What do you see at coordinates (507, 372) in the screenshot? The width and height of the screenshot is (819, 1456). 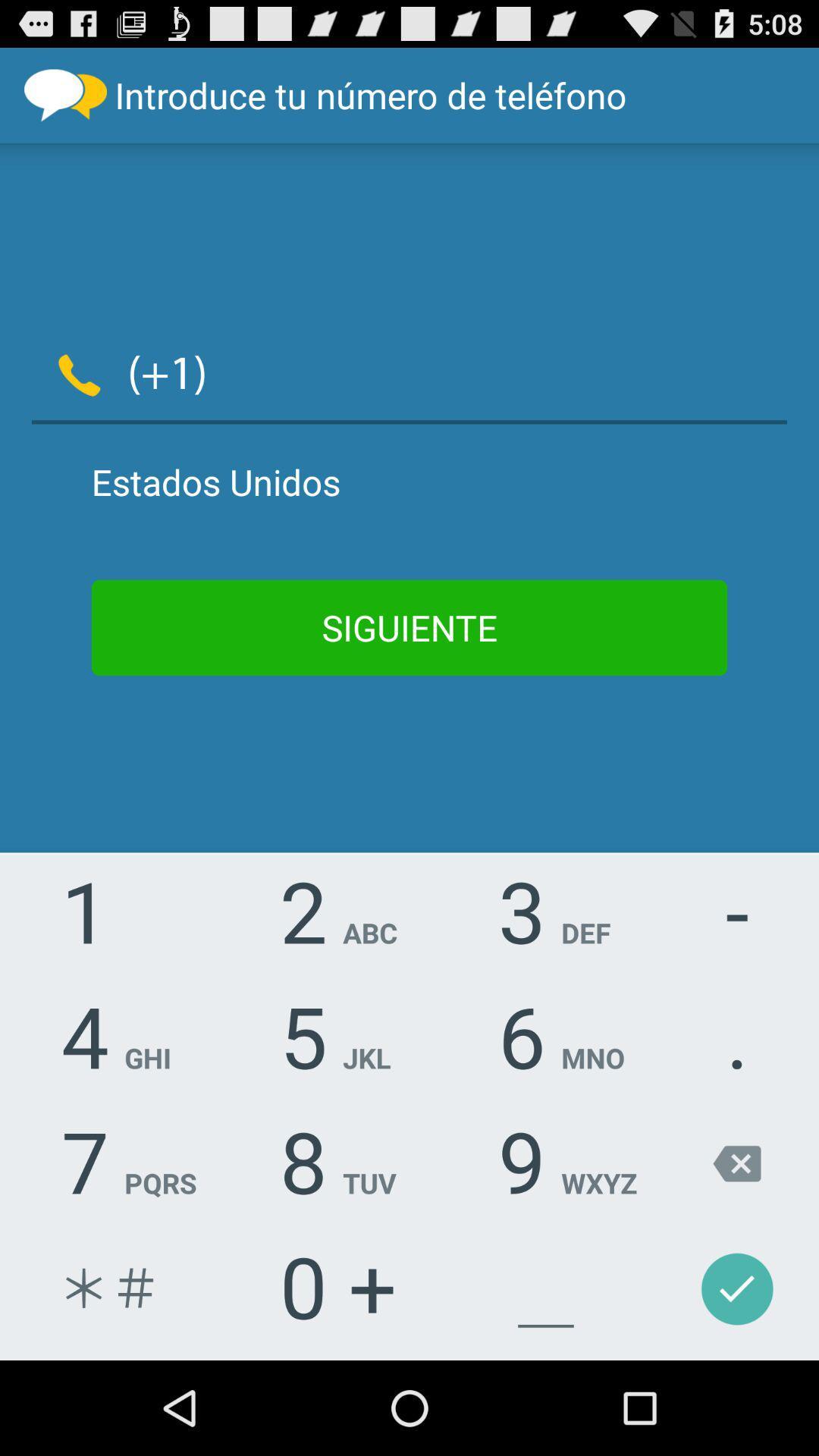 I see `type phone number` at bounding box center [507, 372].